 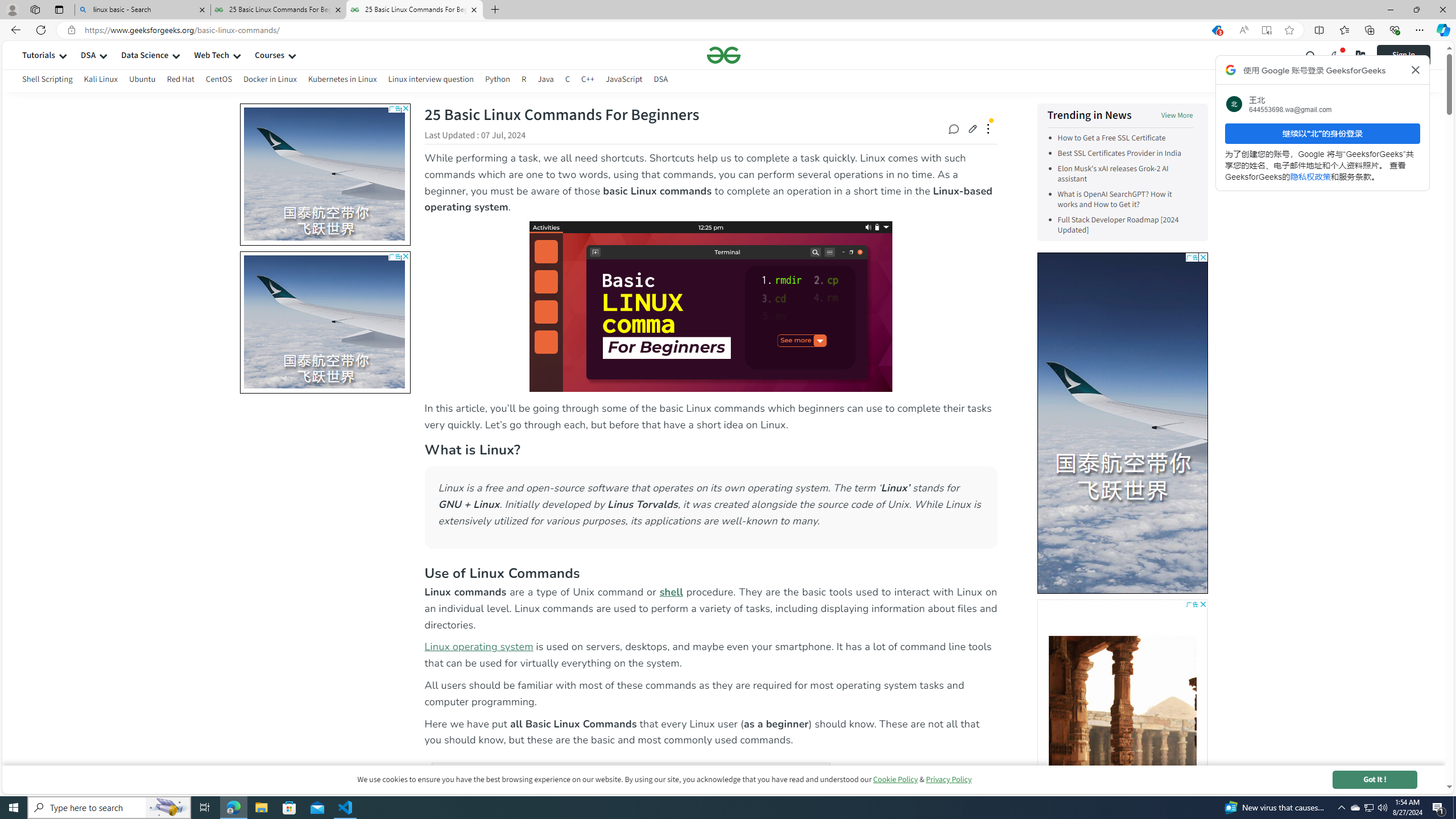 I want to click on 'JavaScript', so click(x=623, y=80).